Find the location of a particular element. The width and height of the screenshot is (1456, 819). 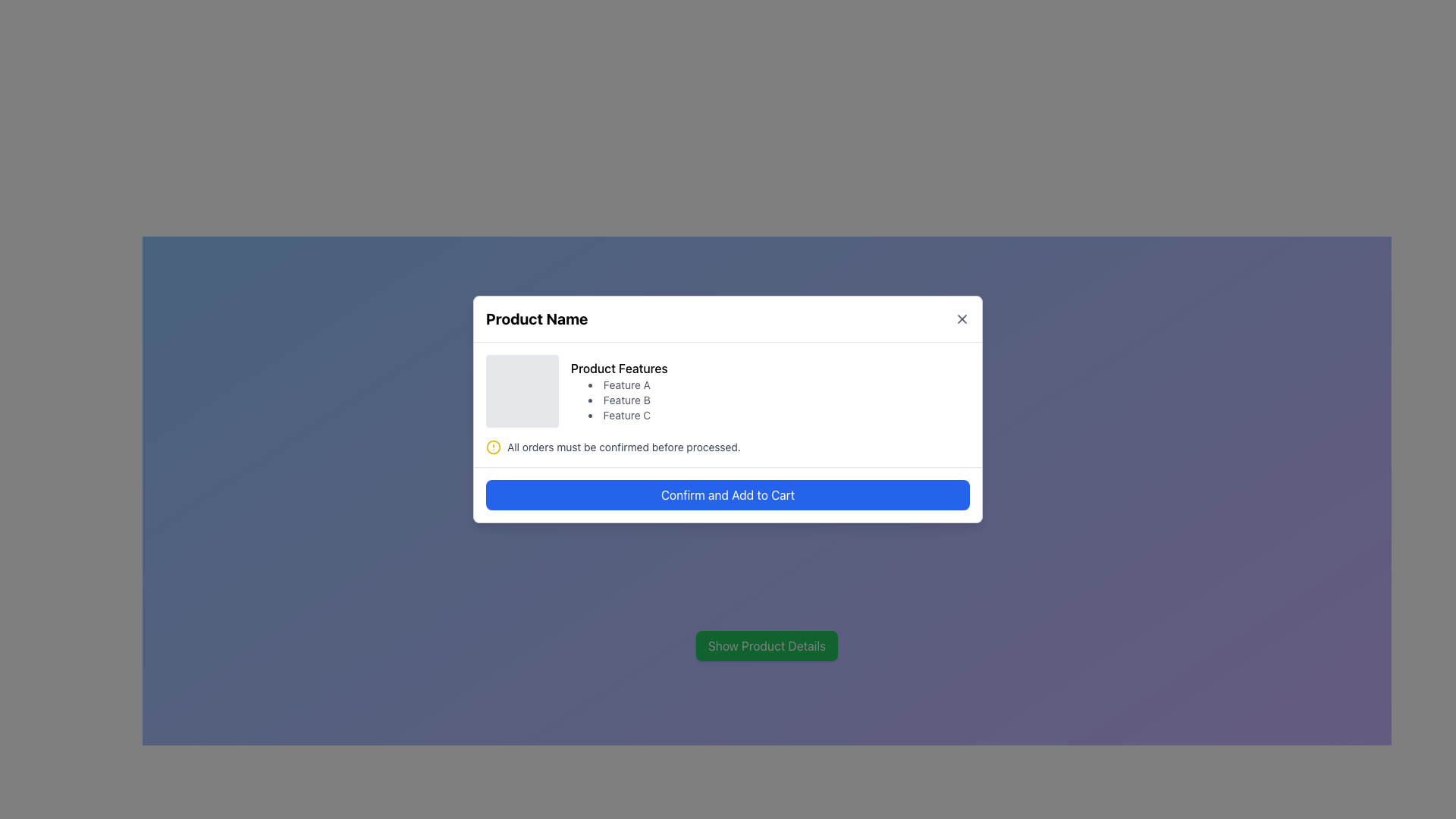

keyboard navigation is located at coordinates (961, 318).